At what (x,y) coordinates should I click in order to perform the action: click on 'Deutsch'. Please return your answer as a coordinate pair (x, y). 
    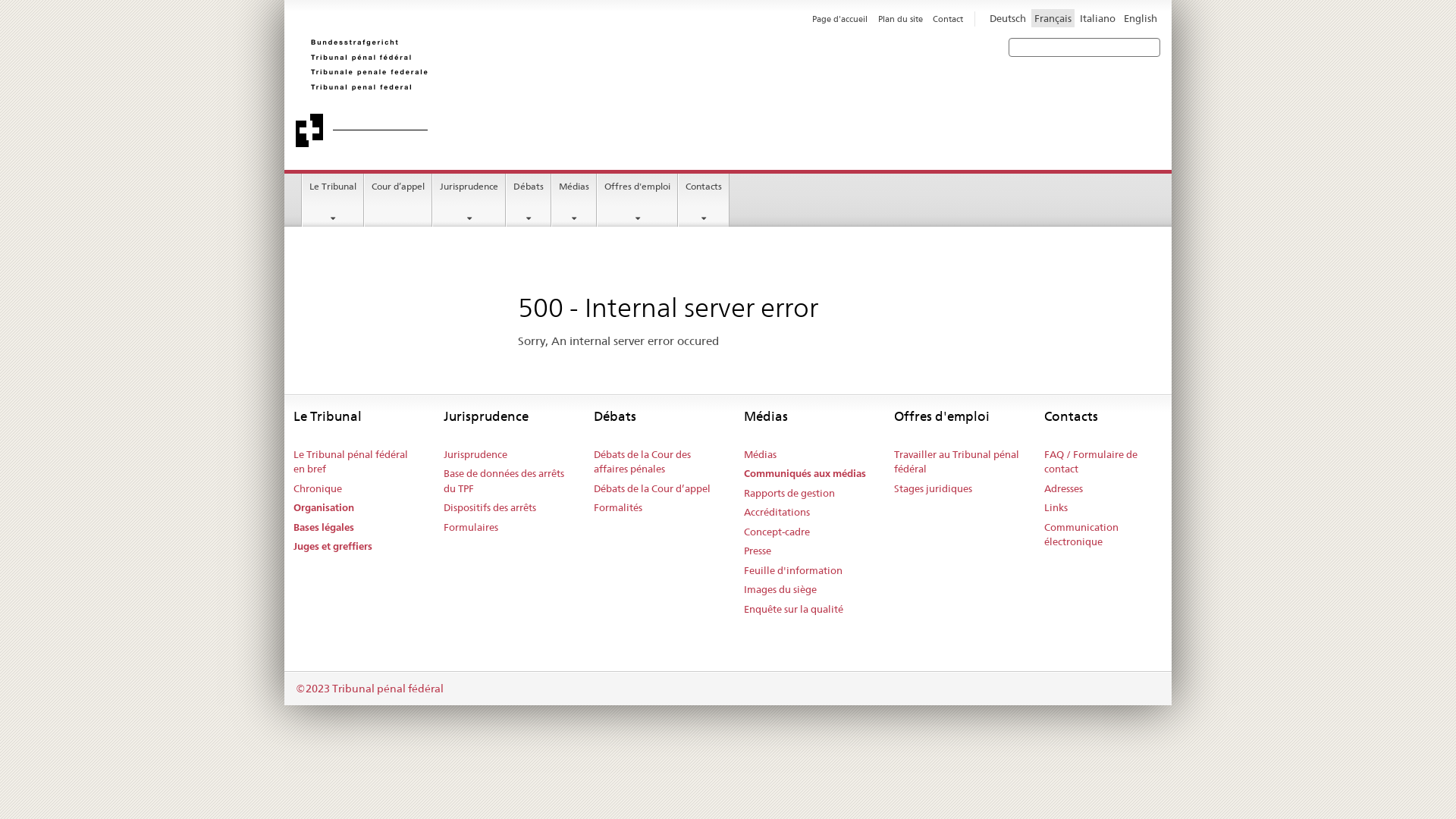
    Looking at the image, I should click on (986, 17).